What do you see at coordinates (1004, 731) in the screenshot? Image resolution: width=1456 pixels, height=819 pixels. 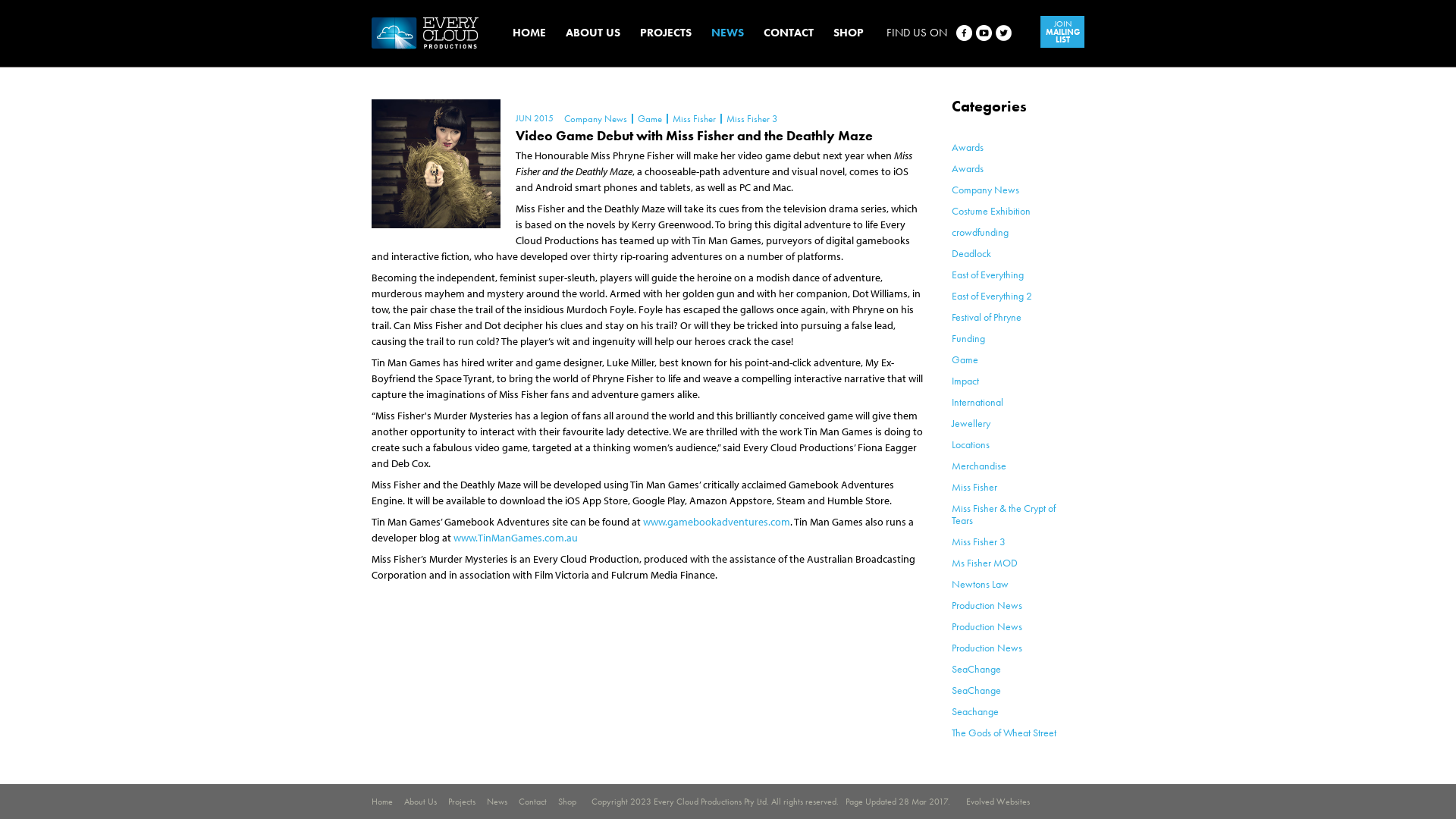 I see `'The Gods of Wheat Street'` at bounding box center [1004, 731].